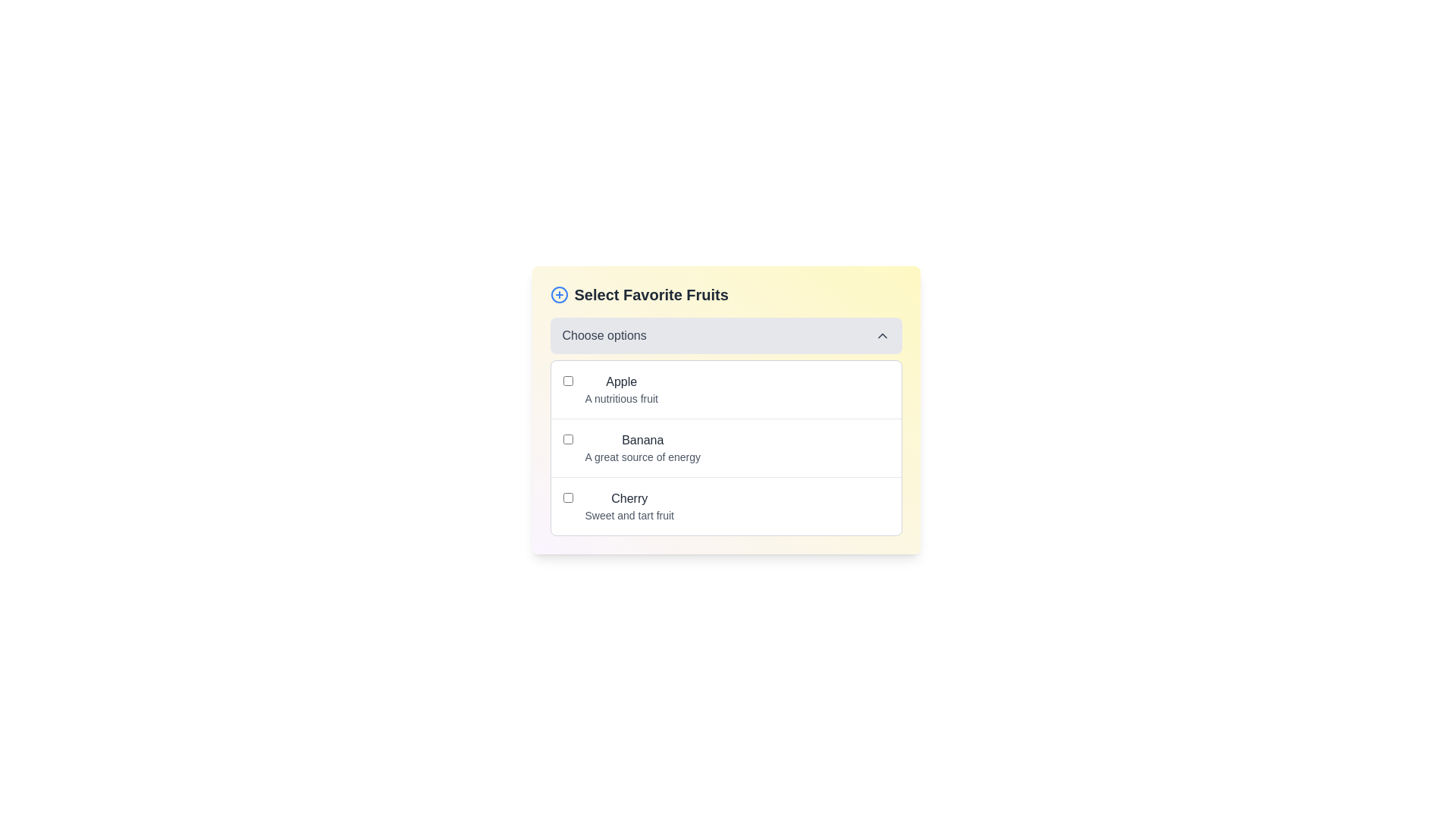  Describe the element at coordinates (604, 335) in the screenshot. I see `the Text label within the dropdown menu located beneath the 'Select Favorite Fruits' header, which prompts users to click and reveal a list of options` at that location.